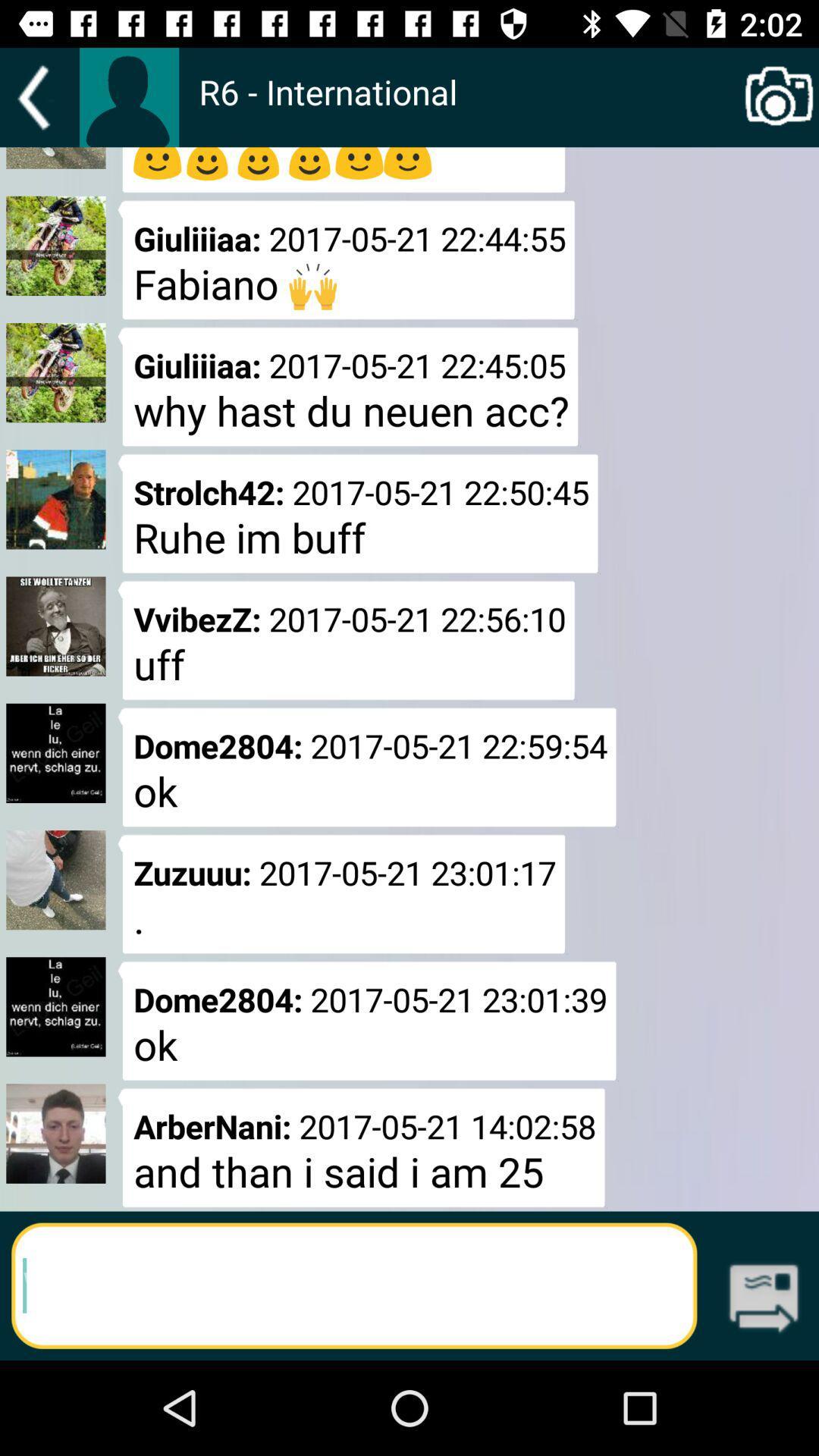 The image size is (819, 1456). Describe the element at coordinates (347, 640) in the screenshot. I see `the item above dome2804 2017 05 item` at that location.